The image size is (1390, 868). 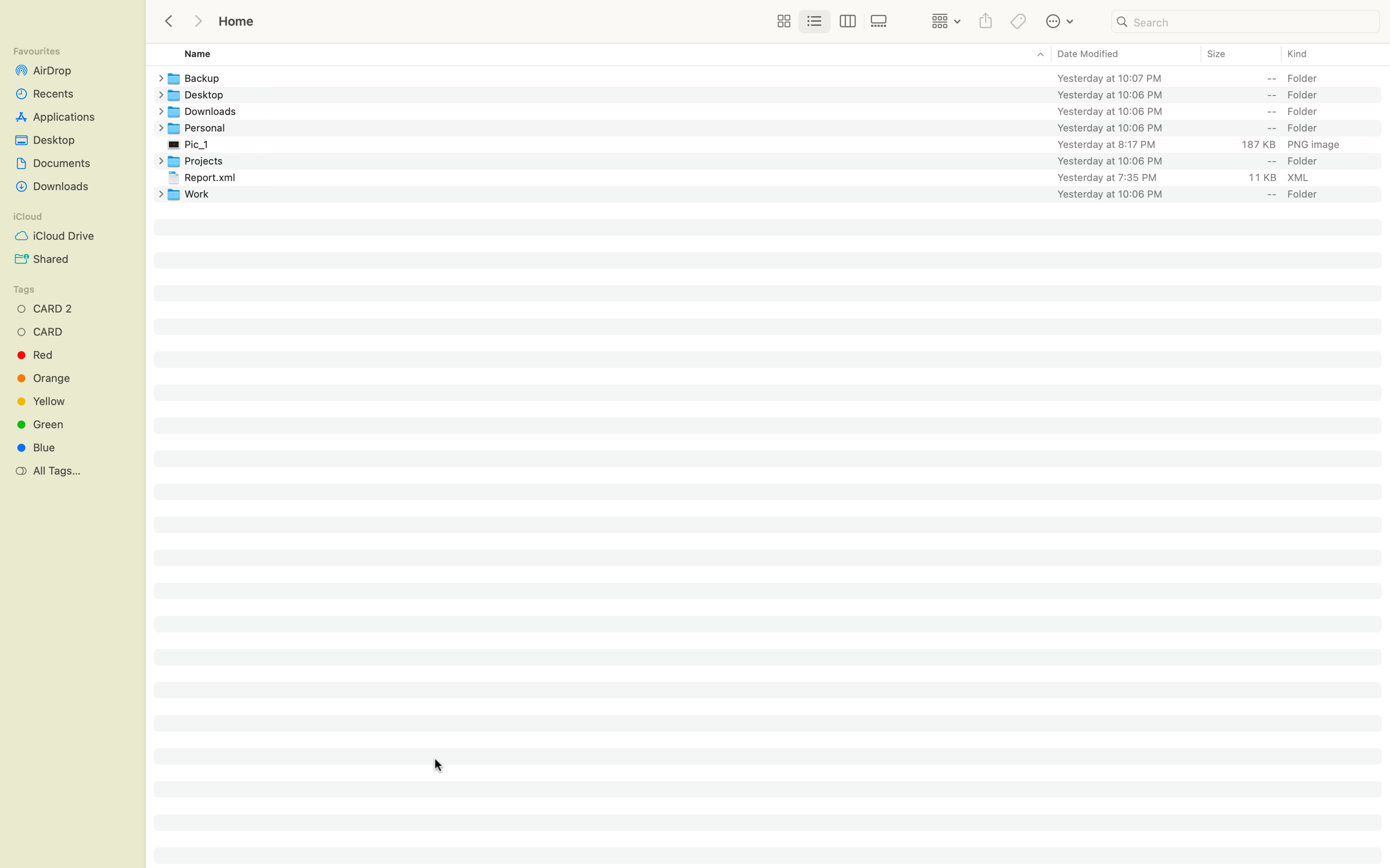 I want to click on Organize the files based on size in increasing order, so click(x=1240, y=55).